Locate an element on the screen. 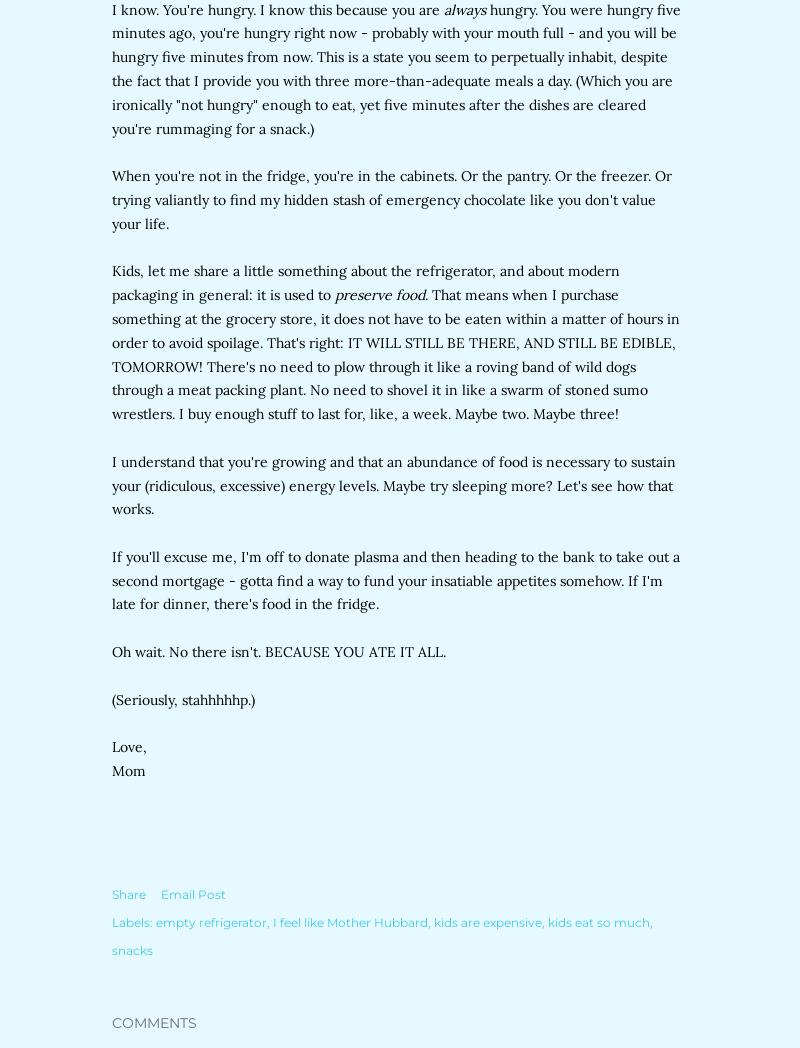 This screenshot has height=1048, width=800. 'I understand that you're growing and that an abundance of food is necessary to sustain your (ridiculous, excessive) energy levels. Maybe try sleeping more? Let's see how that works.' is located at coordinates (393, 485).